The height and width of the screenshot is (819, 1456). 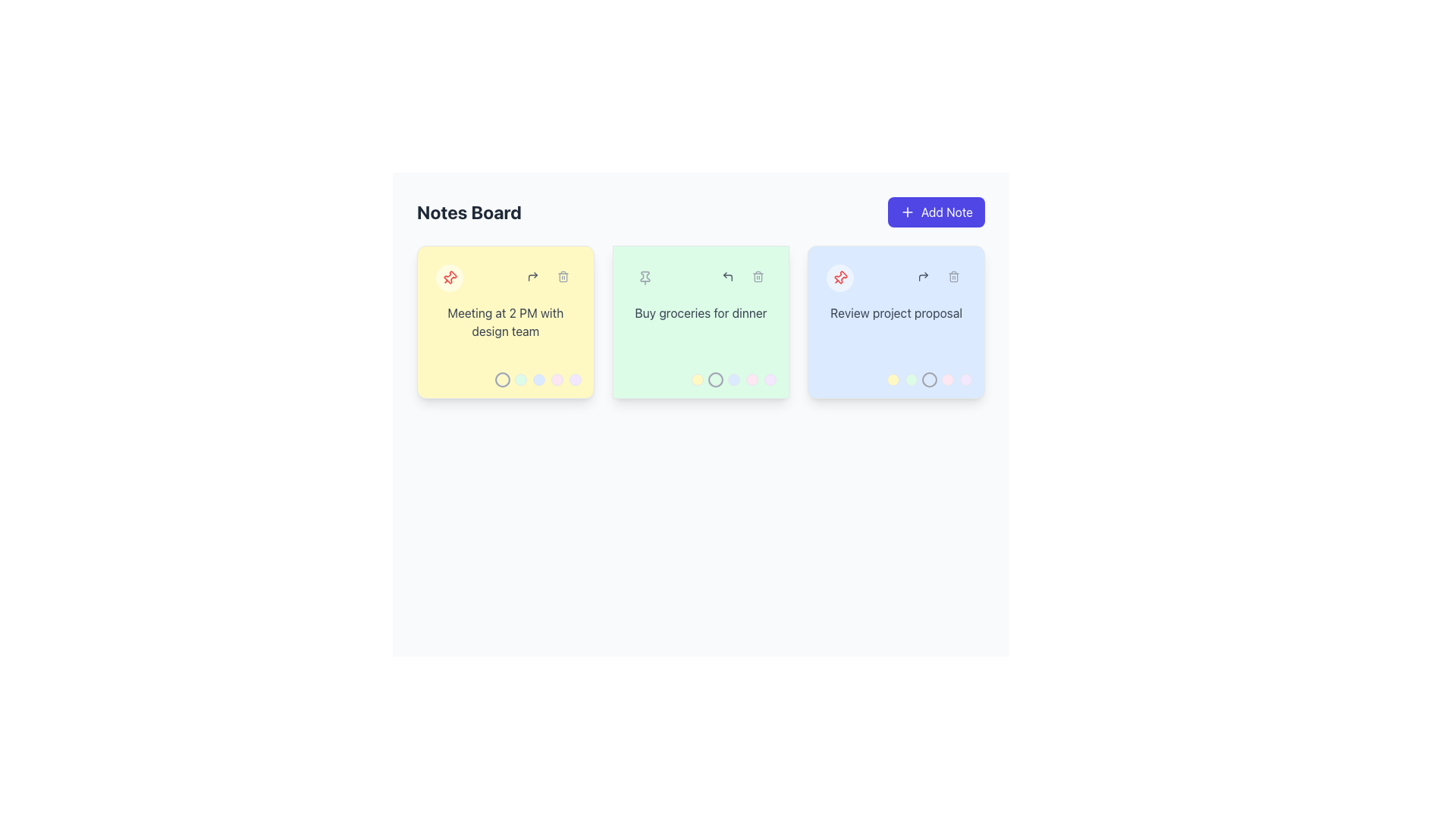 What do you see at coordinates (910, 379) in the screenshot?
I see `the second circle button in the row of five circles at the bottom right corner of the 'Review project proposal' card` at bounding box center [910, 379].